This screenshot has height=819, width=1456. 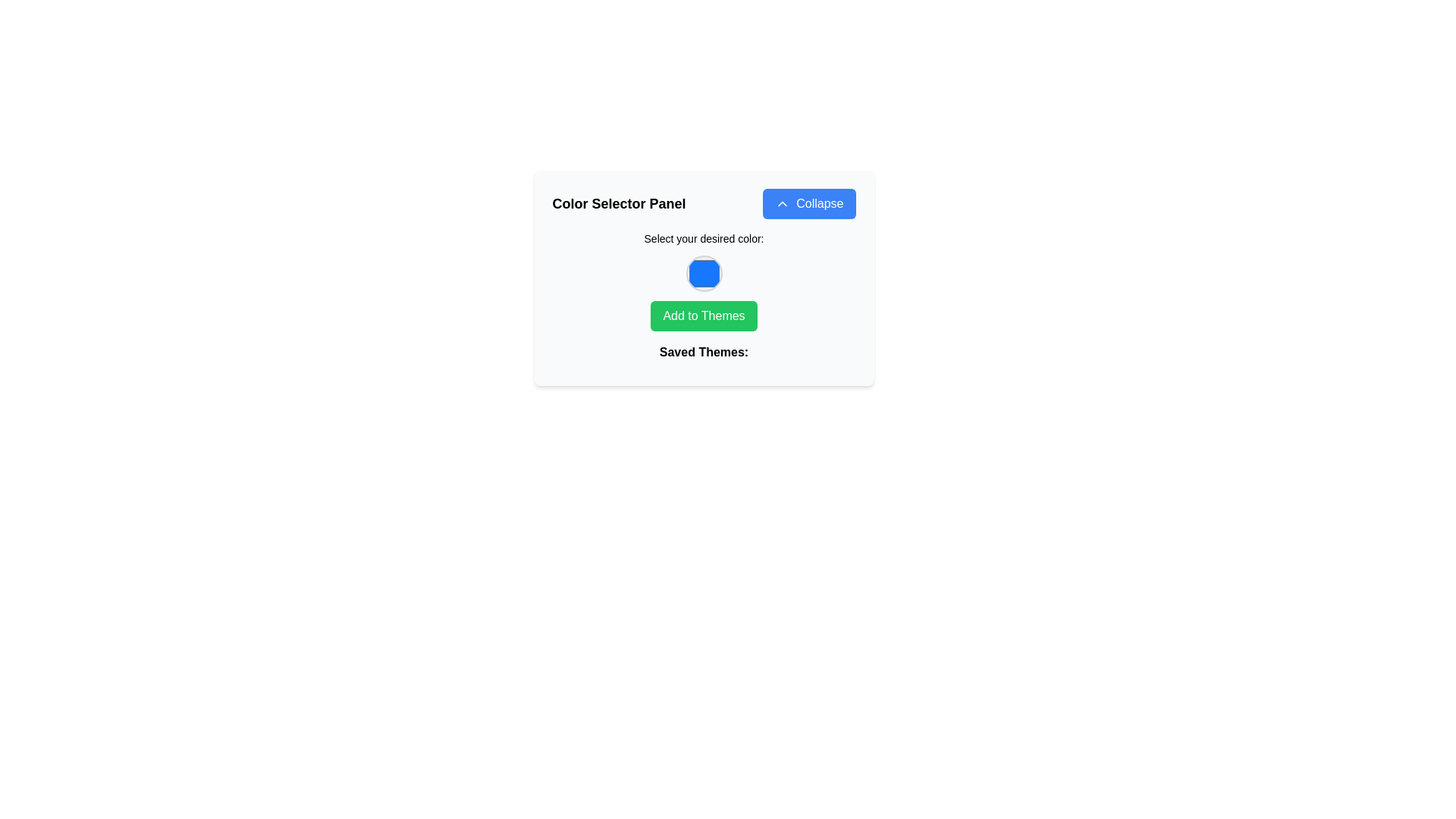 What do you see at coordinates (703, 315) in the screenshot?
I see `the button that adds the currently selected color to a list of themes, which is positioned below the circular color indicator and the text label 'Select your desired color:'` at bounding box center [703, 315].